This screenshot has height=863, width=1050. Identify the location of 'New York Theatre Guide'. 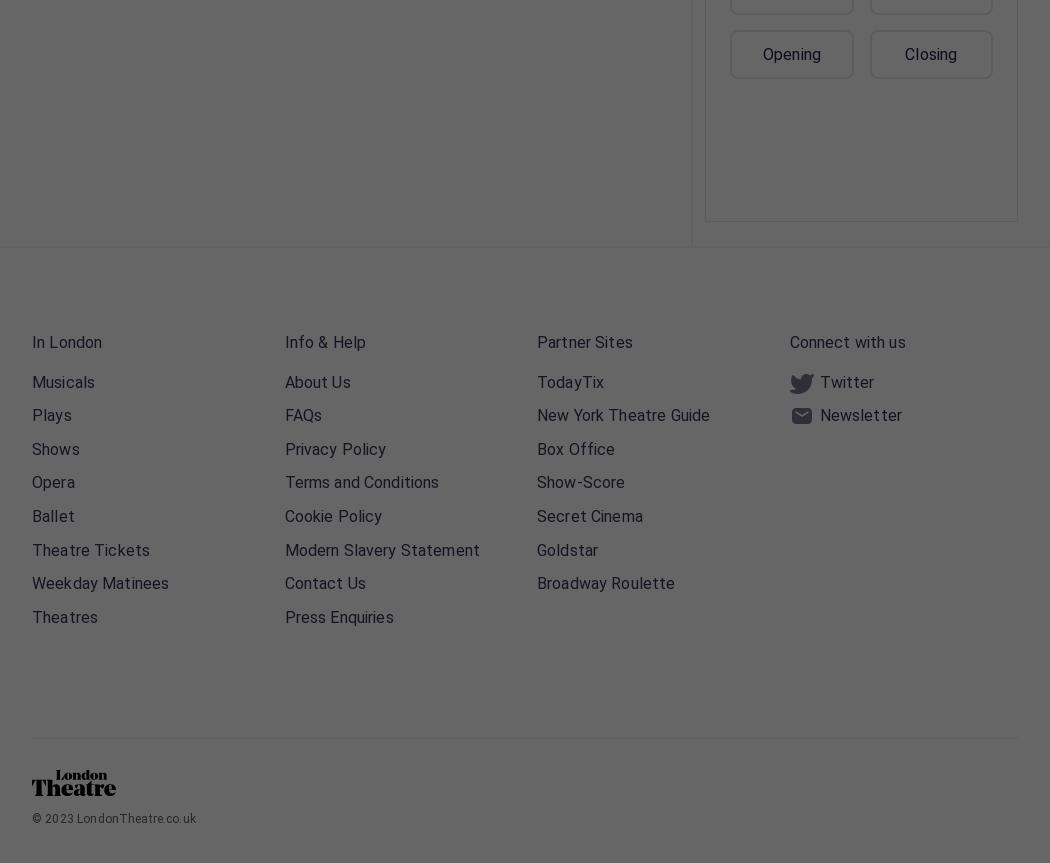
(623, 415).